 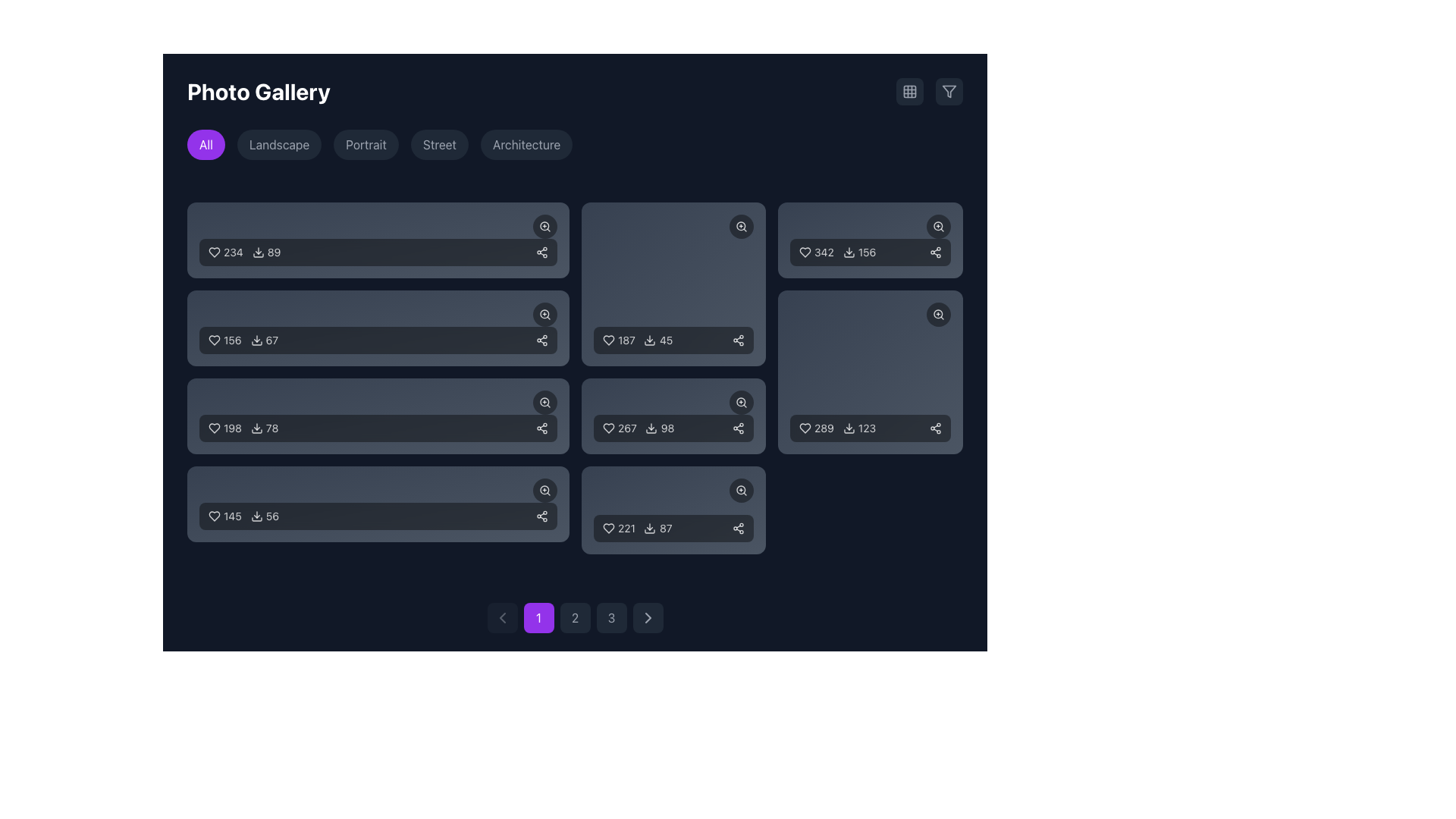 What do you see at coordinates (611, 617) in the screenshot?
I see `the circular button with a dark gray background displaying the number '3' in light gray text` at bounding box center [611, 617].